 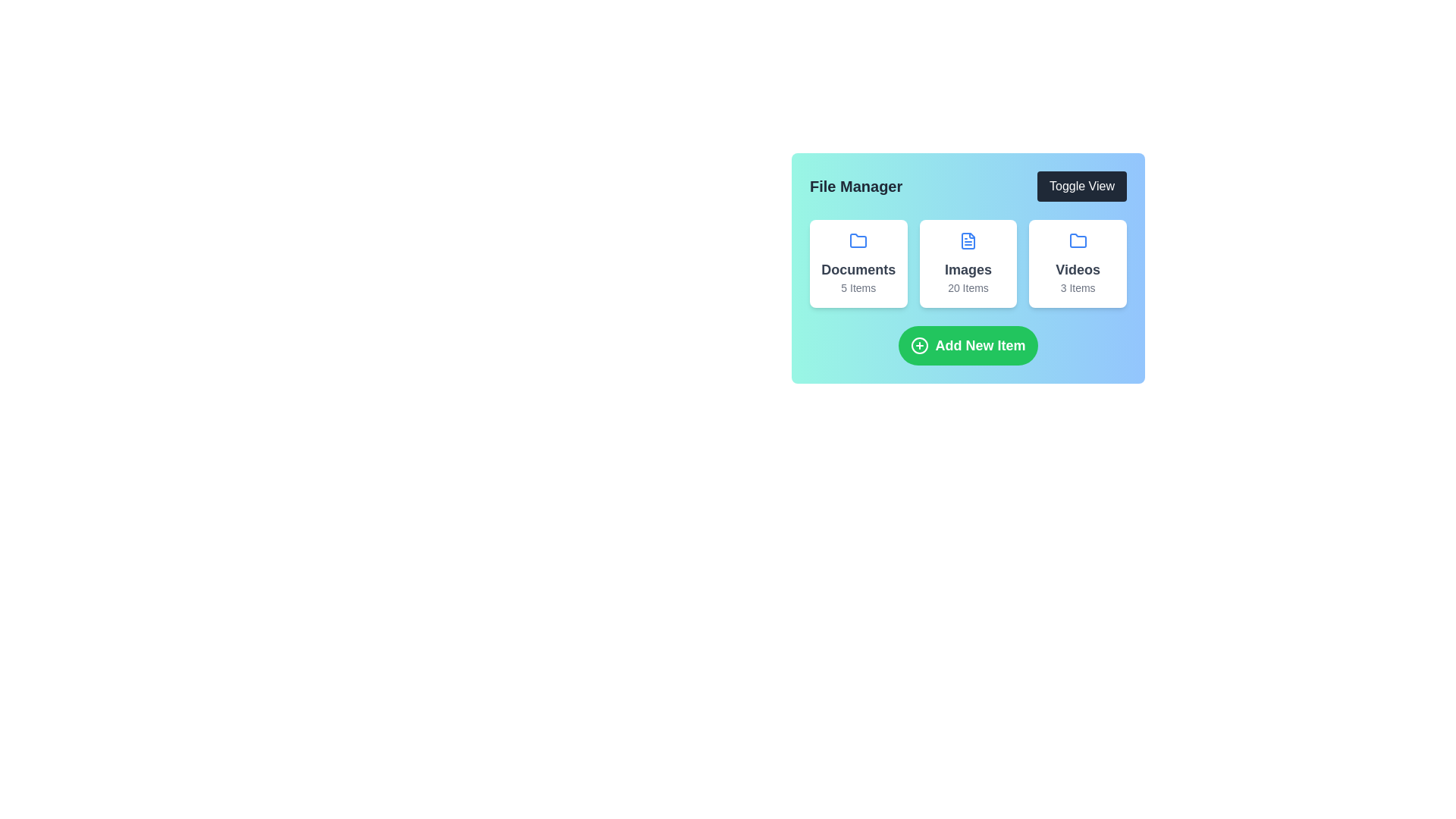 I want to click on the button located beneath the grid layout of 'Documents', 'Images', and 'Videos' in the 'File Manager' section, so click(x=967, y=345).